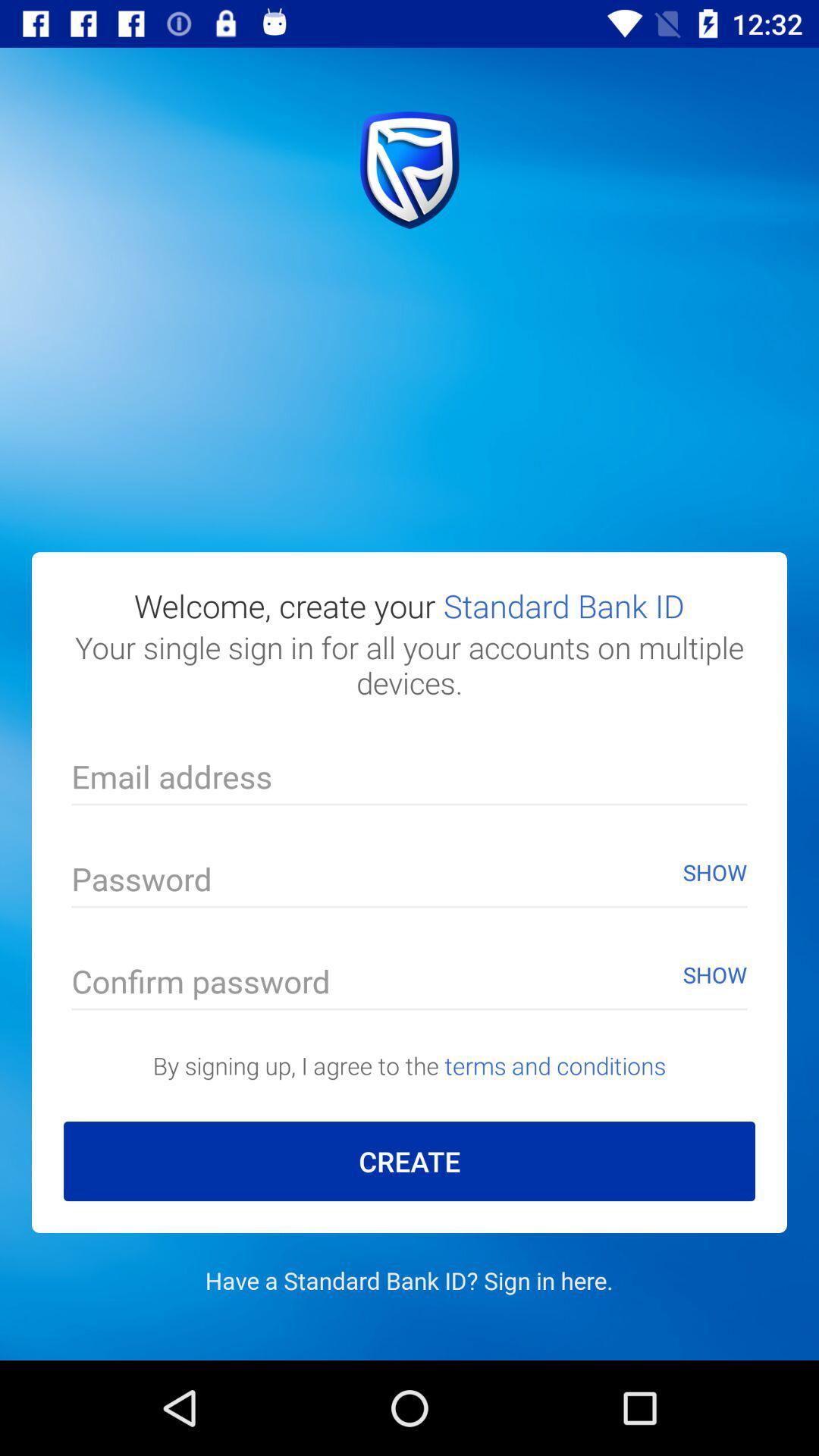 This screenshot has height=1456, width=819. What do you see at coordinates (409, 1065) in the screenshot?
I see `the by signing up item` at bounding box center [409, 1065].